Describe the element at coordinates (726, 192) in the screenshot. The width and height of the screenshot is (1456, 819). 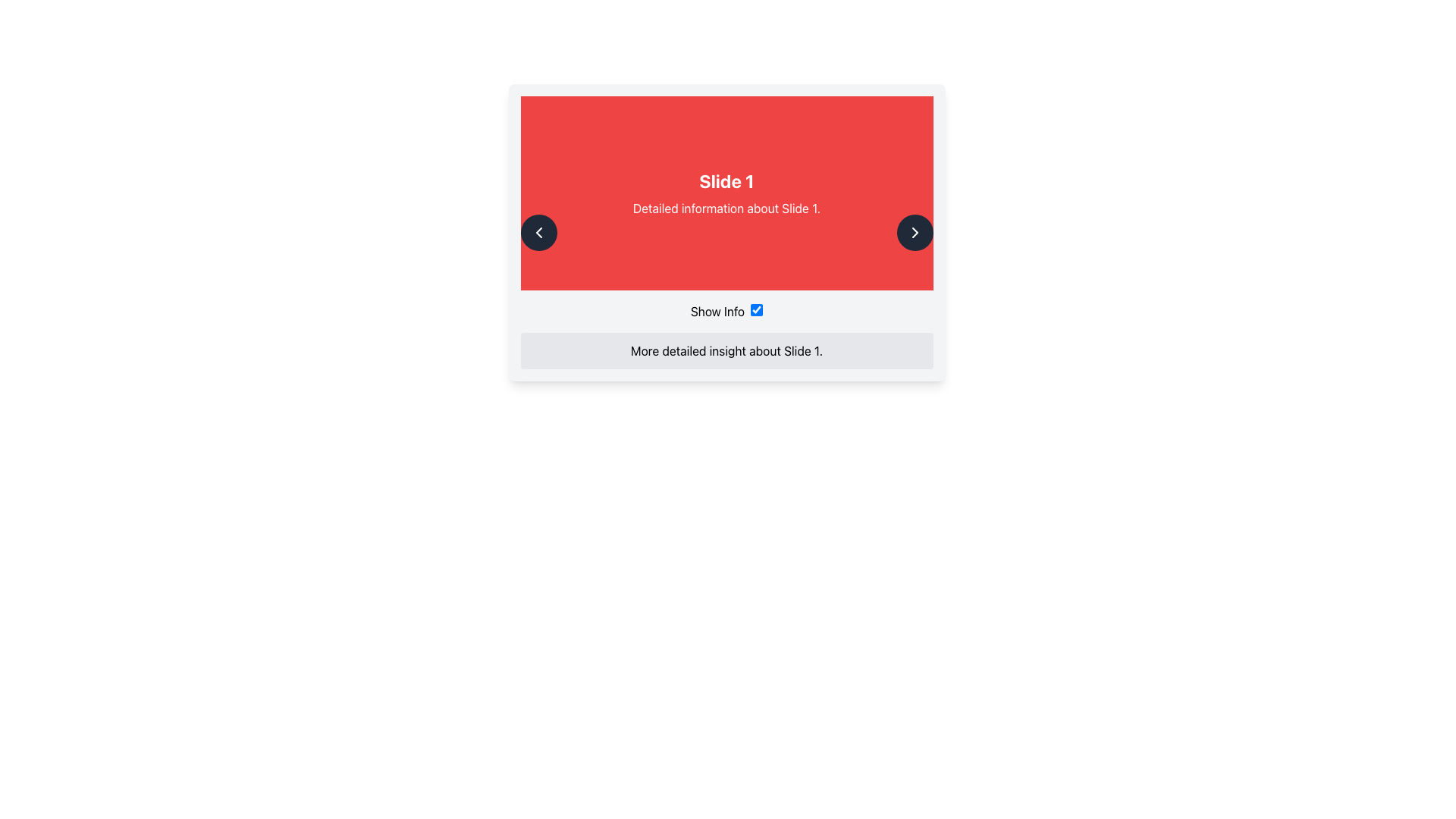
I see `the Slide Display element, which has a red background and contains the text 'Slide 1' and a detailed description below it` at that location.